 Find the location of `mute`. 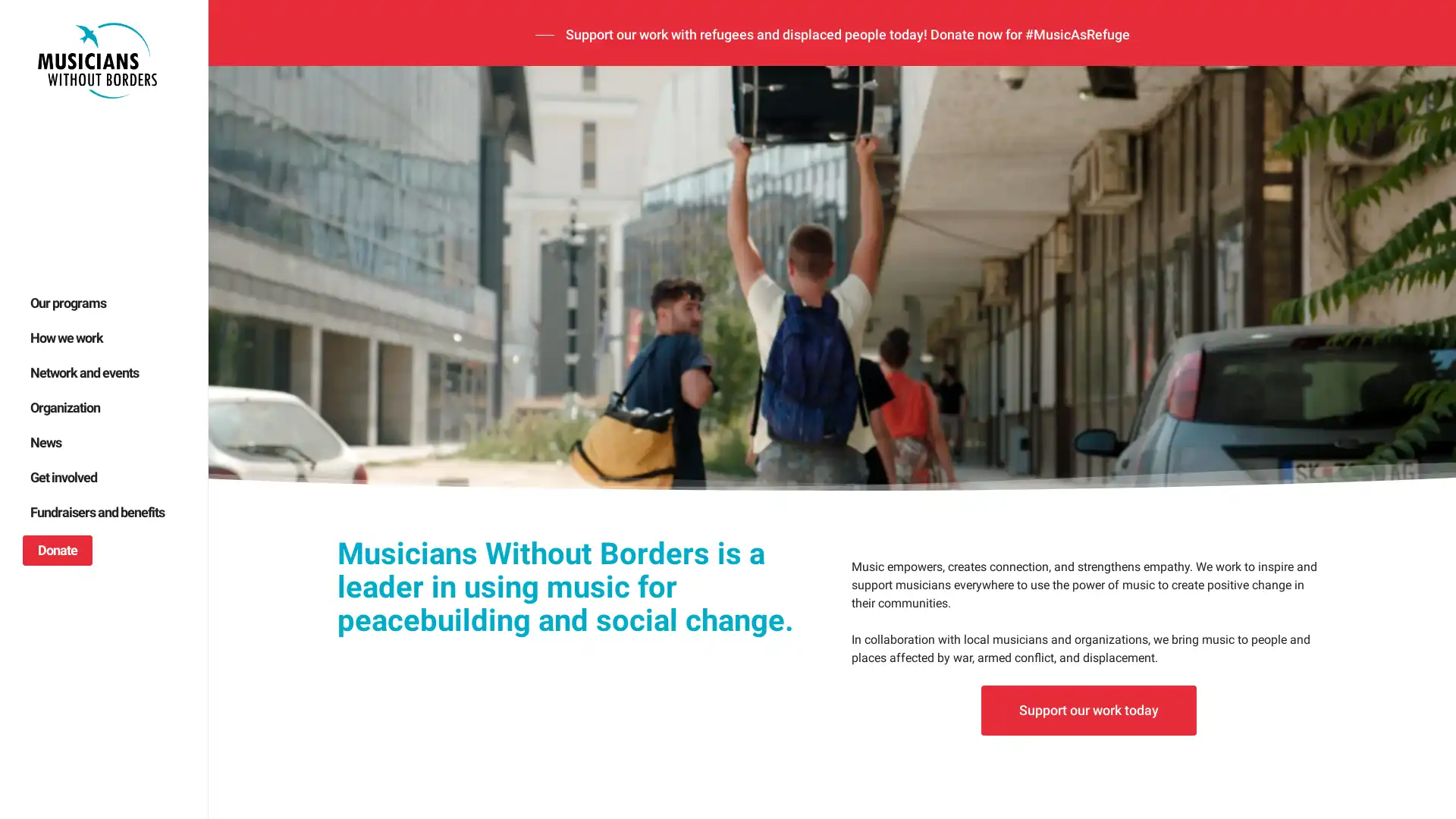

mute is located at coordinates (1321, 601).